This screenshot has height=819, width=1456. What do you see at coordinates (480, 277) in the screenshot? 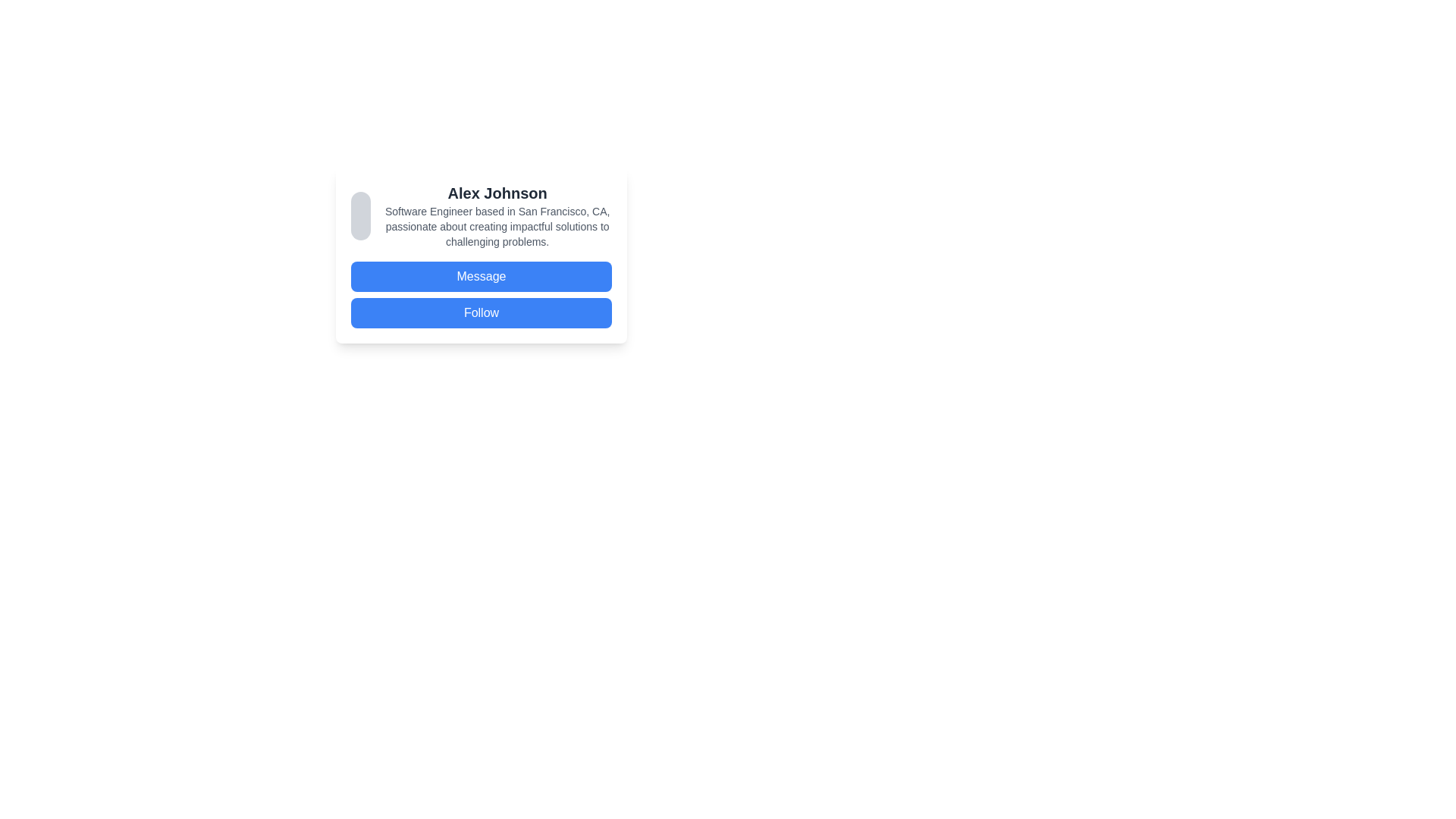
I see `the messaging button, which is the first of two vertically aligned buttons, to observe the visual change` at bounding box center [480, 277].